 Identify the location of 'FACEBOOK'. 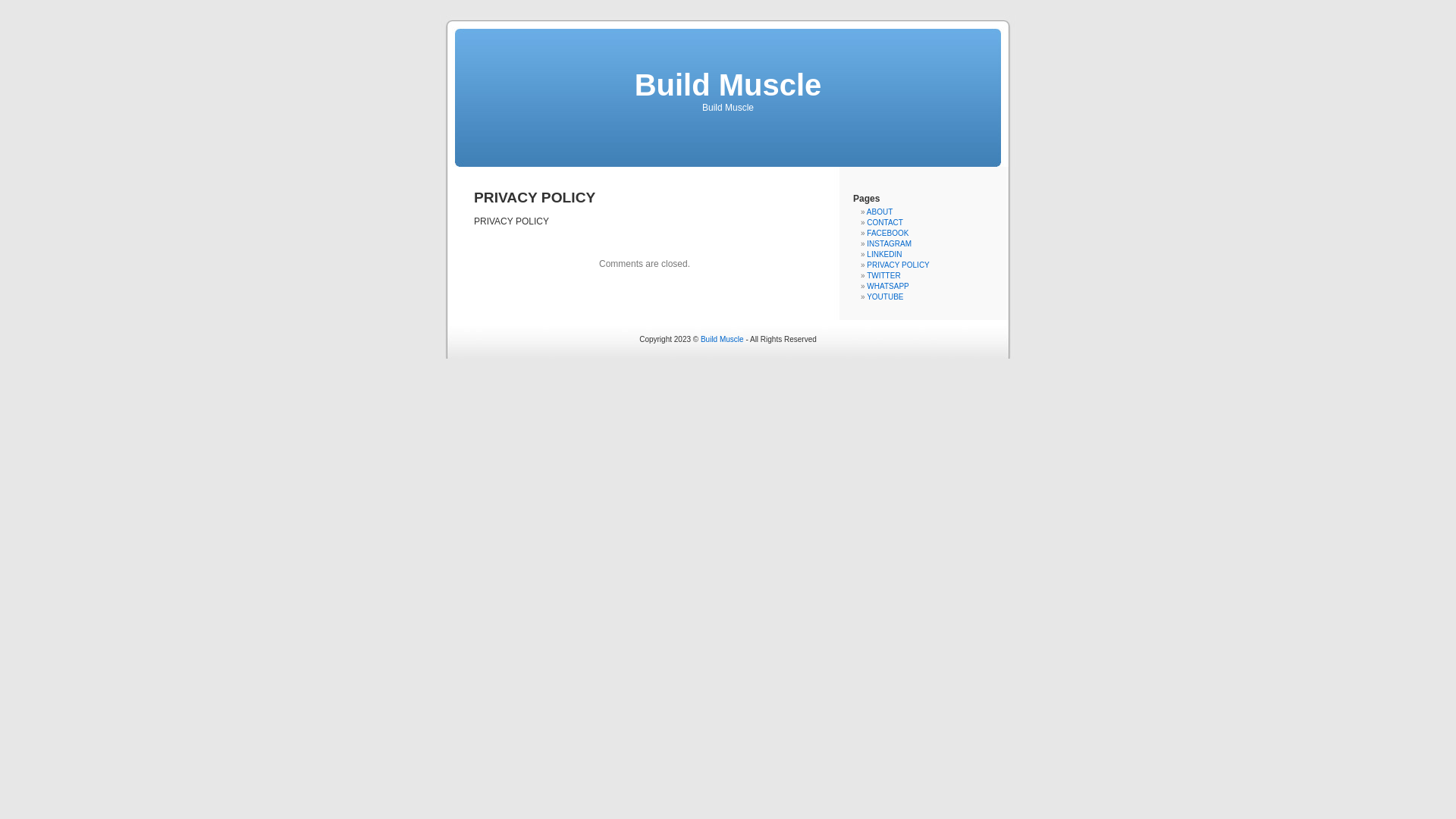
(866, 233).